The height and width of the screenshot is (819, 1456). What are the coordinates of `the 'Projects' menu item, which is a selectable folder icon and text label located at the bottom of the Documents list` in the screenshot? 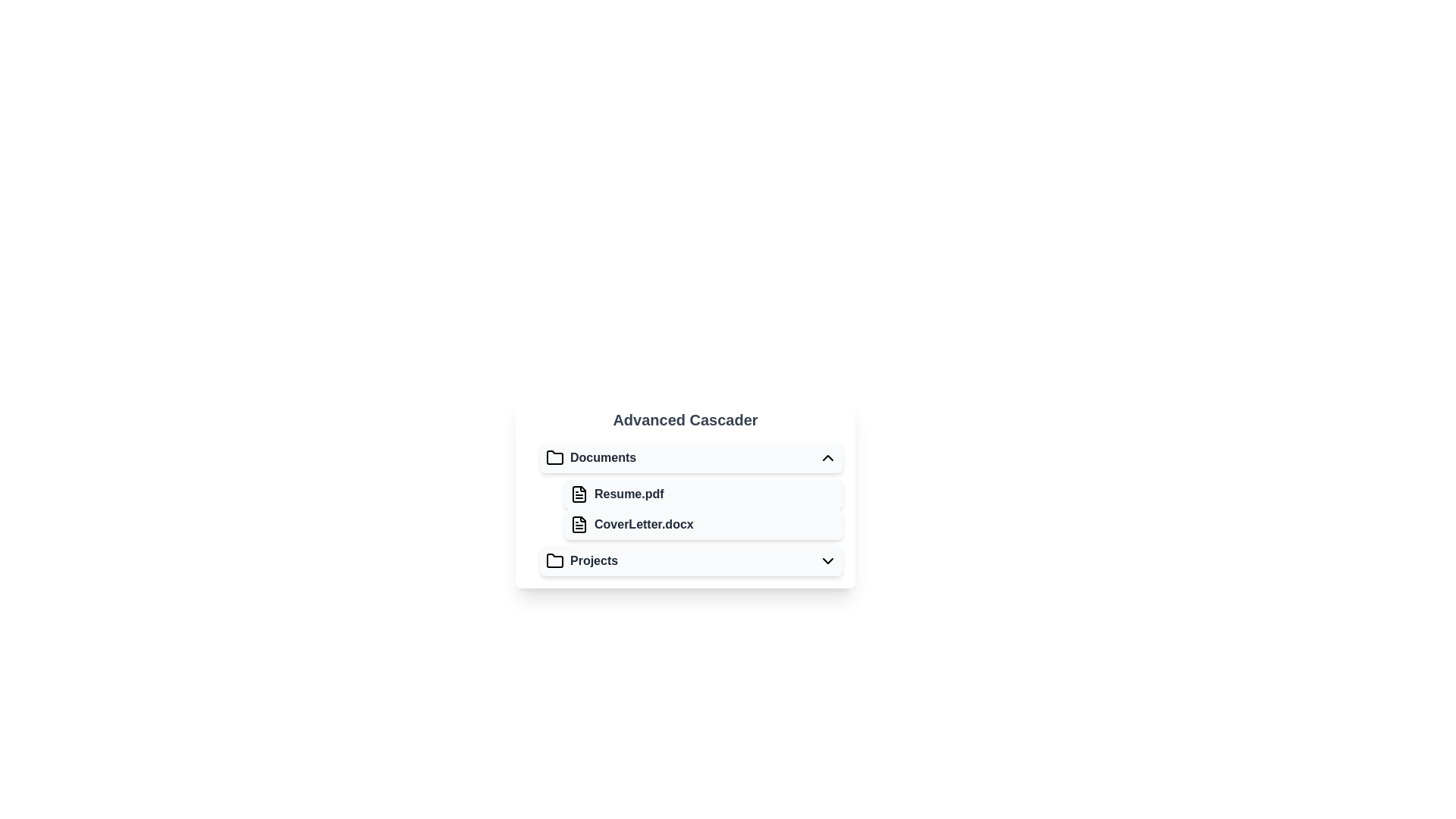 It's located at (581, 561).